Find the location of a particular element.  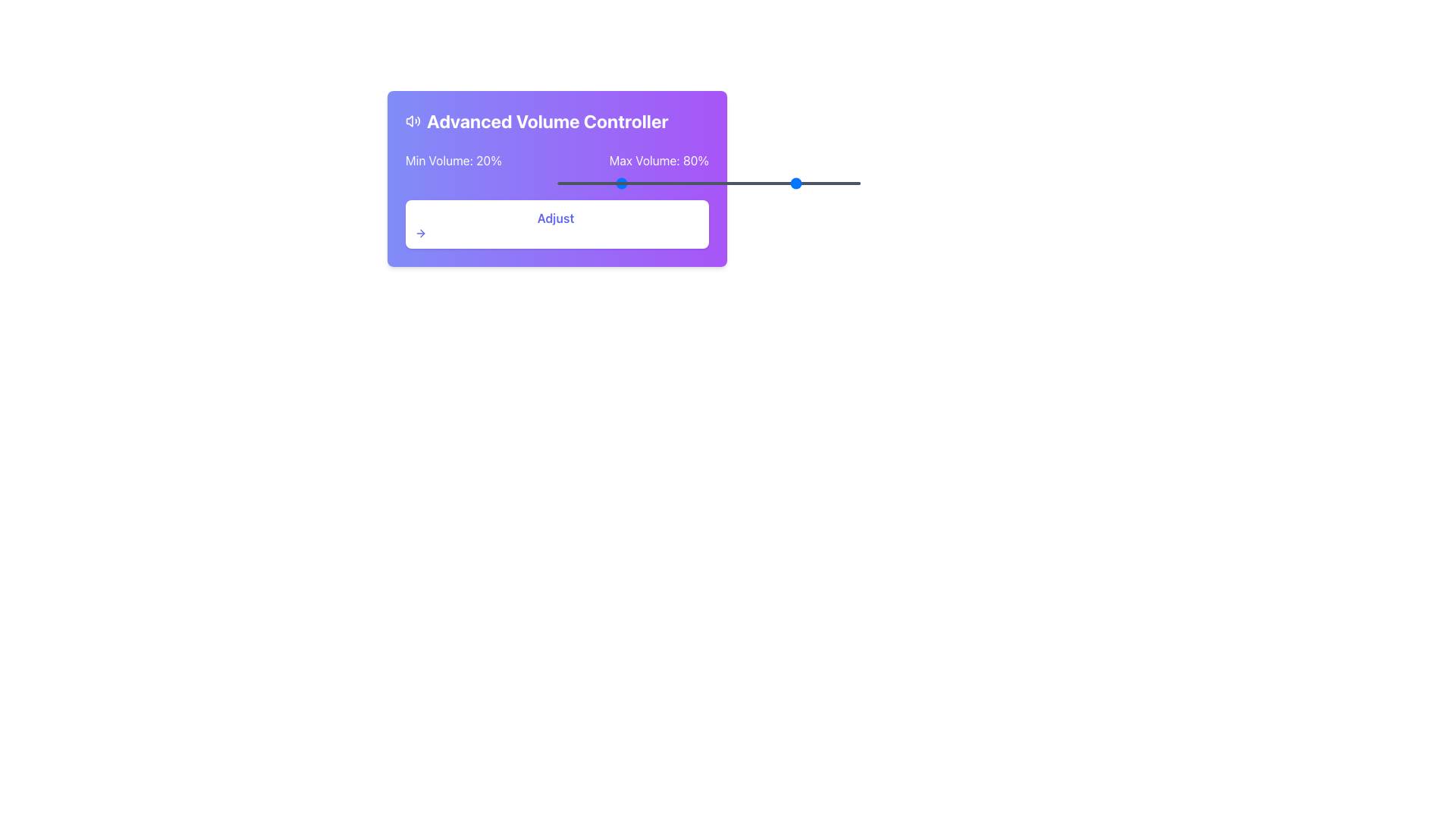

the slider is located at coordinates (602, 183).